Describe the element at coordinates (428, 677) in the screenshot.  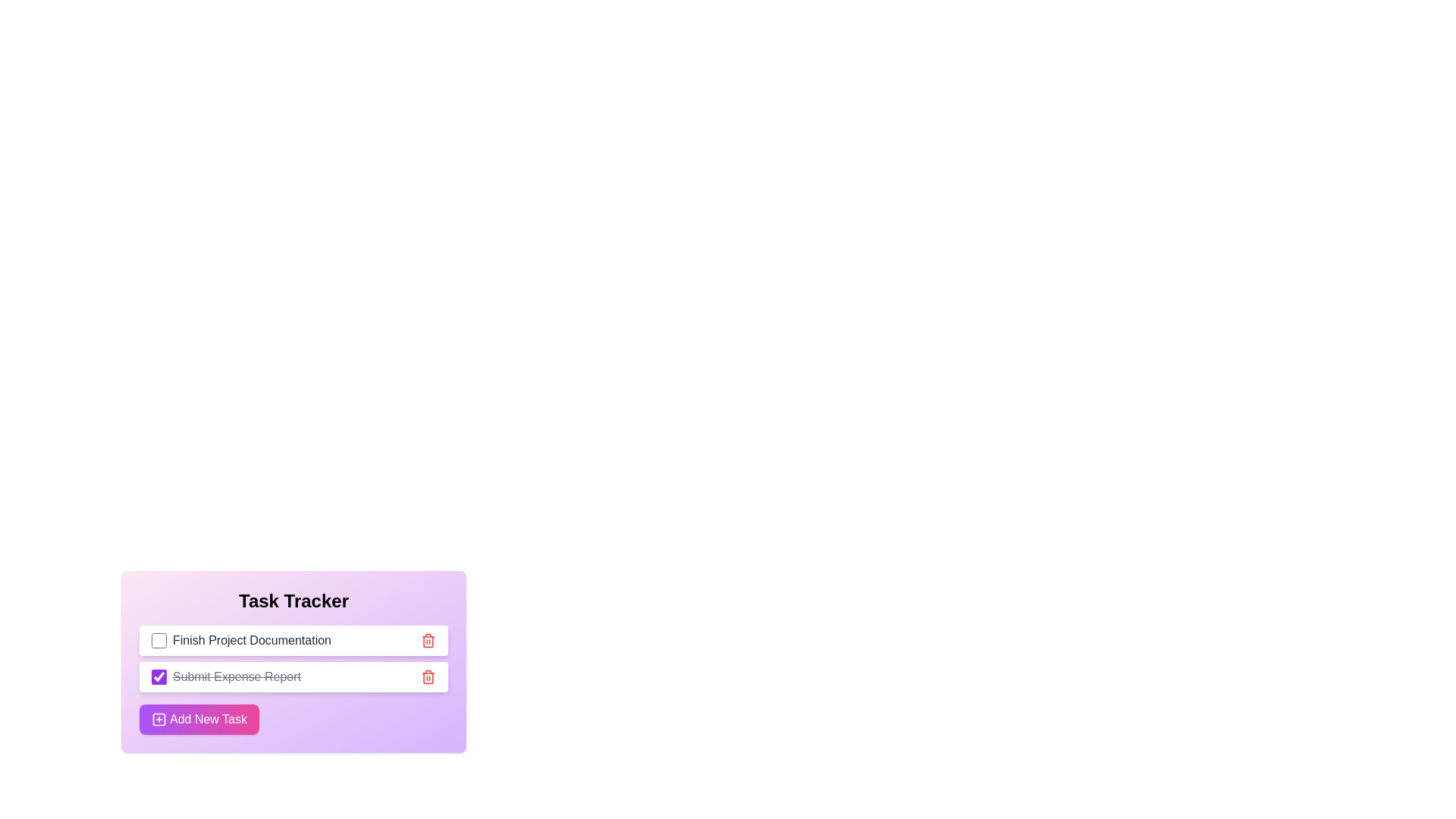
I see `the trash can icon component located in the delete button area for the second task row of the task management interface` at that location.